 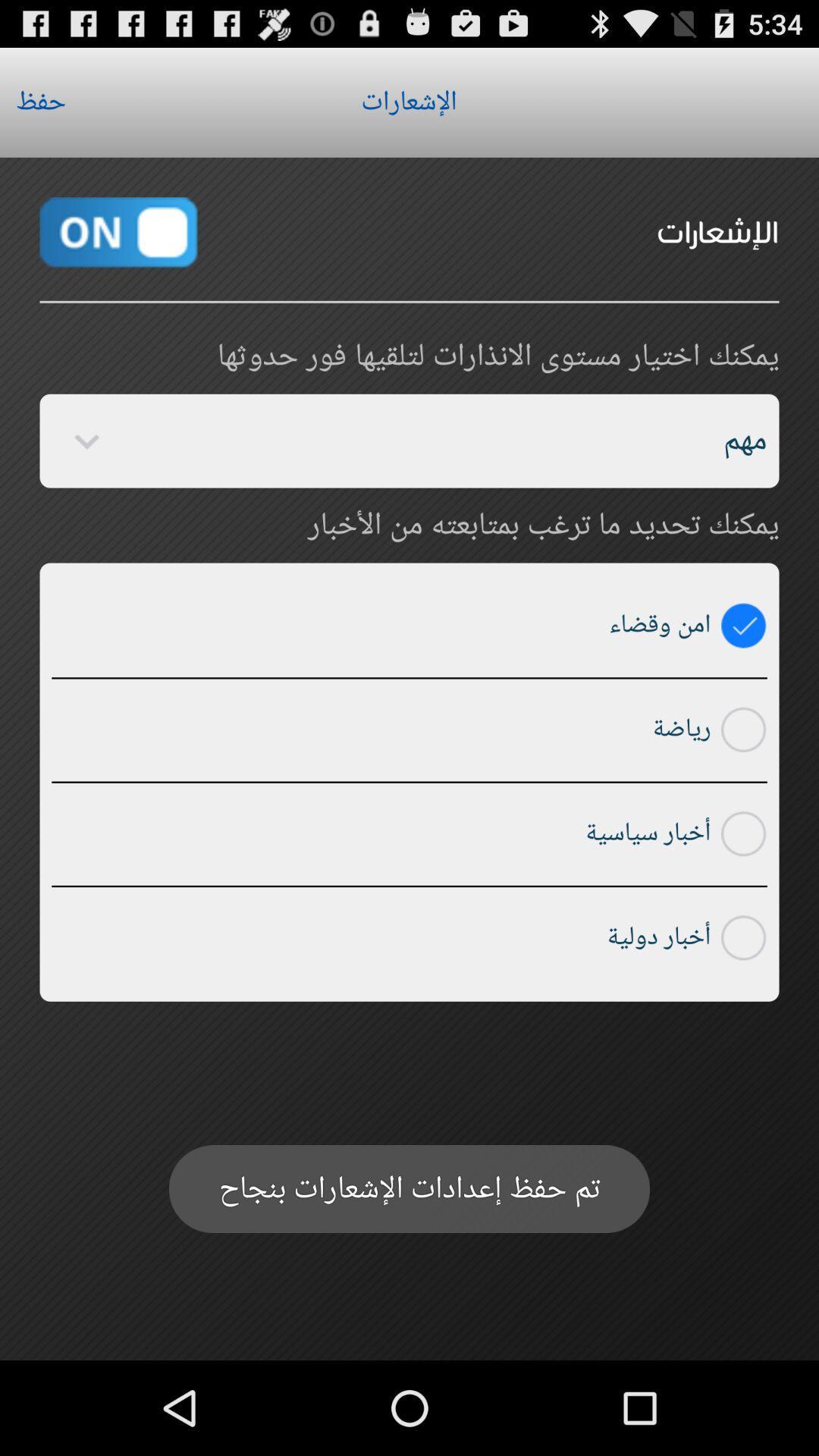 I want to click on the second row from bottom, so click(x=743, y=833).